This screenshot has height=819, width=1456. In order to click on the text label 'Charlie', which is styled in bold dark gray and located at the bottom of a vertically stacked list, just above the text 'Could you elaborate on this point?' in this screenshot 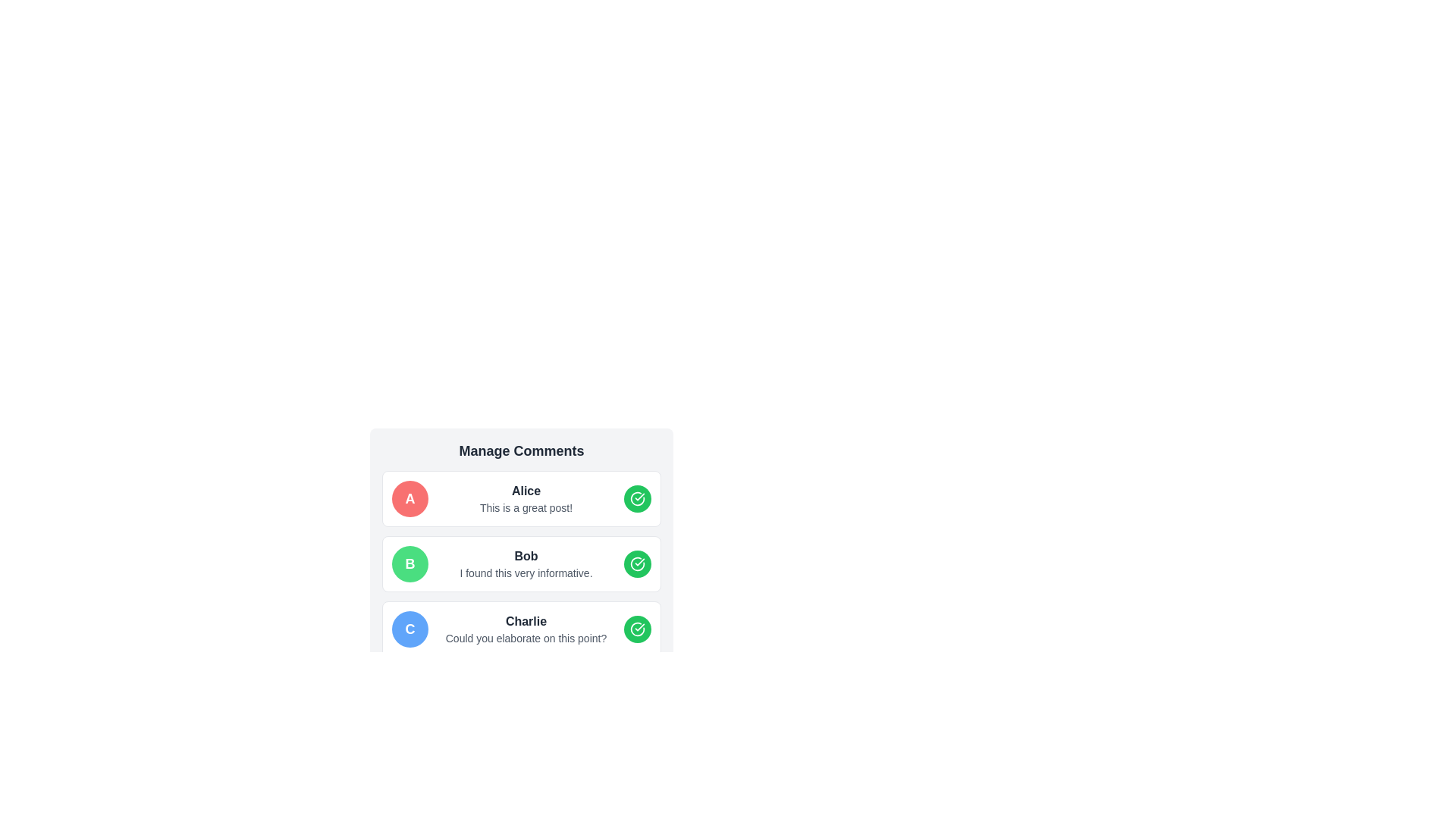, I will do `click(526, 622)`.